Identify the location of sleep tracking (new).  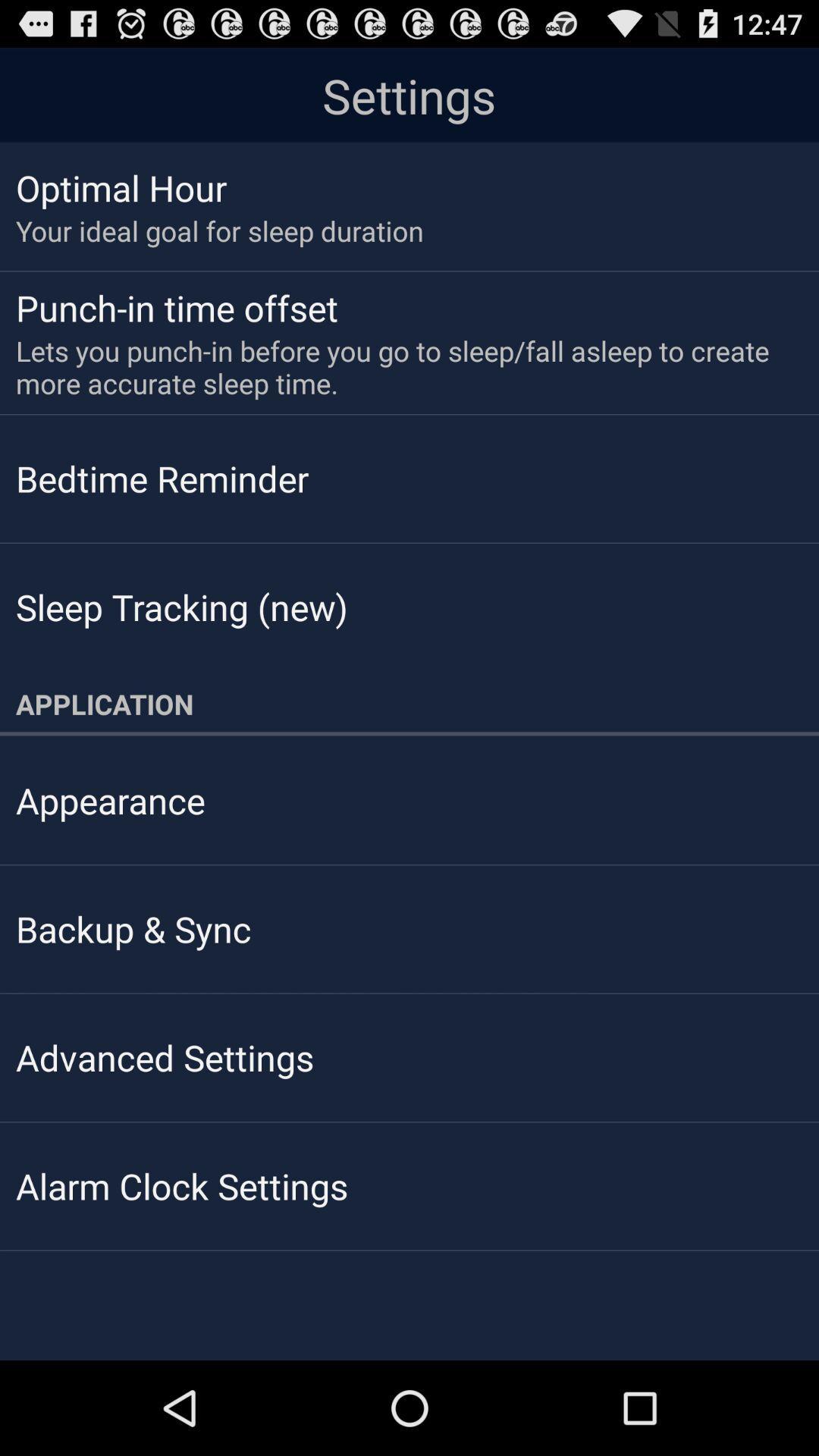
(180, 607).